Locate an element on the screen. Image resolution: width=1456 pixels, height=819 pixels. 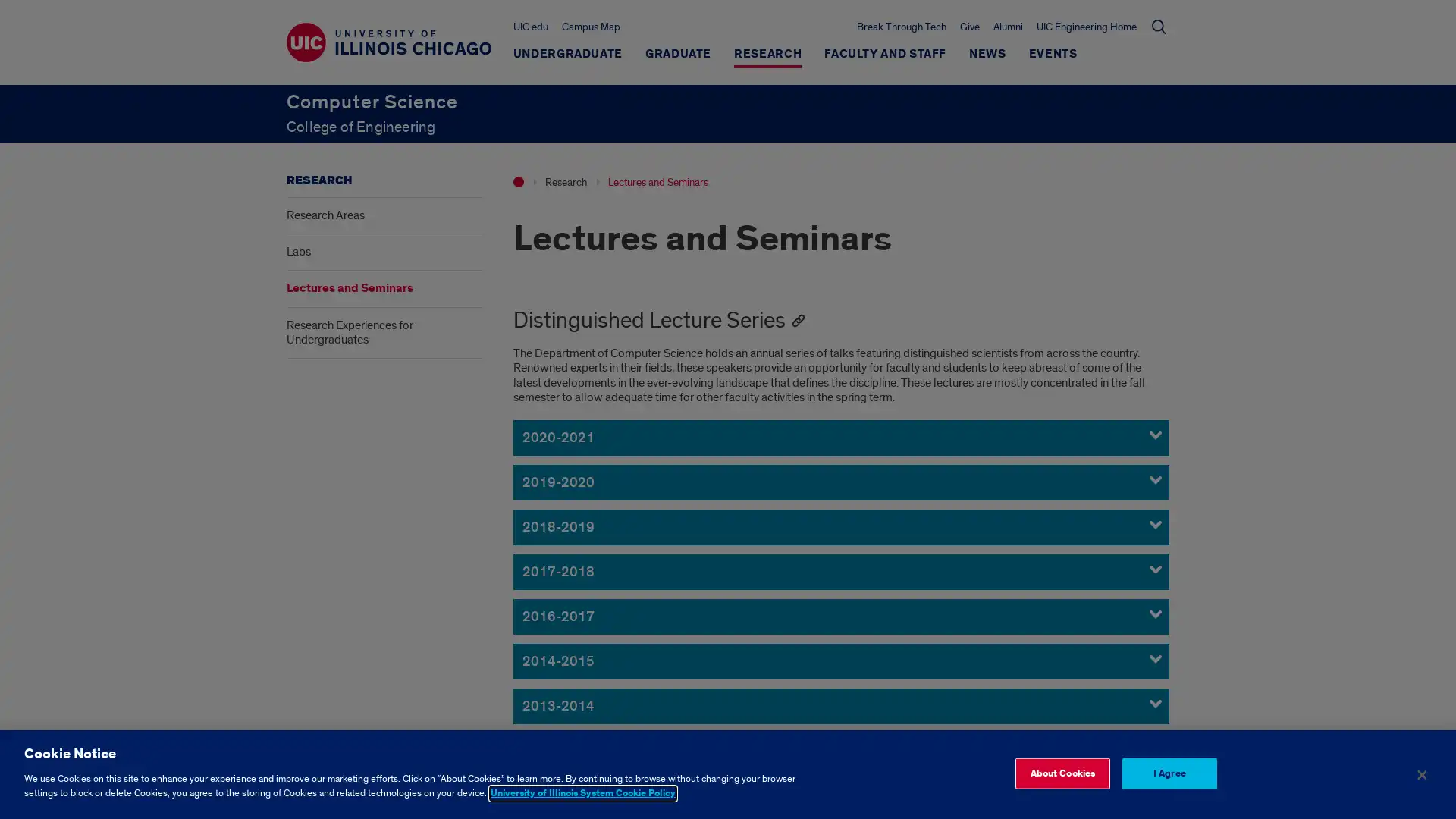
Search is located at coordinates (1157, 26).